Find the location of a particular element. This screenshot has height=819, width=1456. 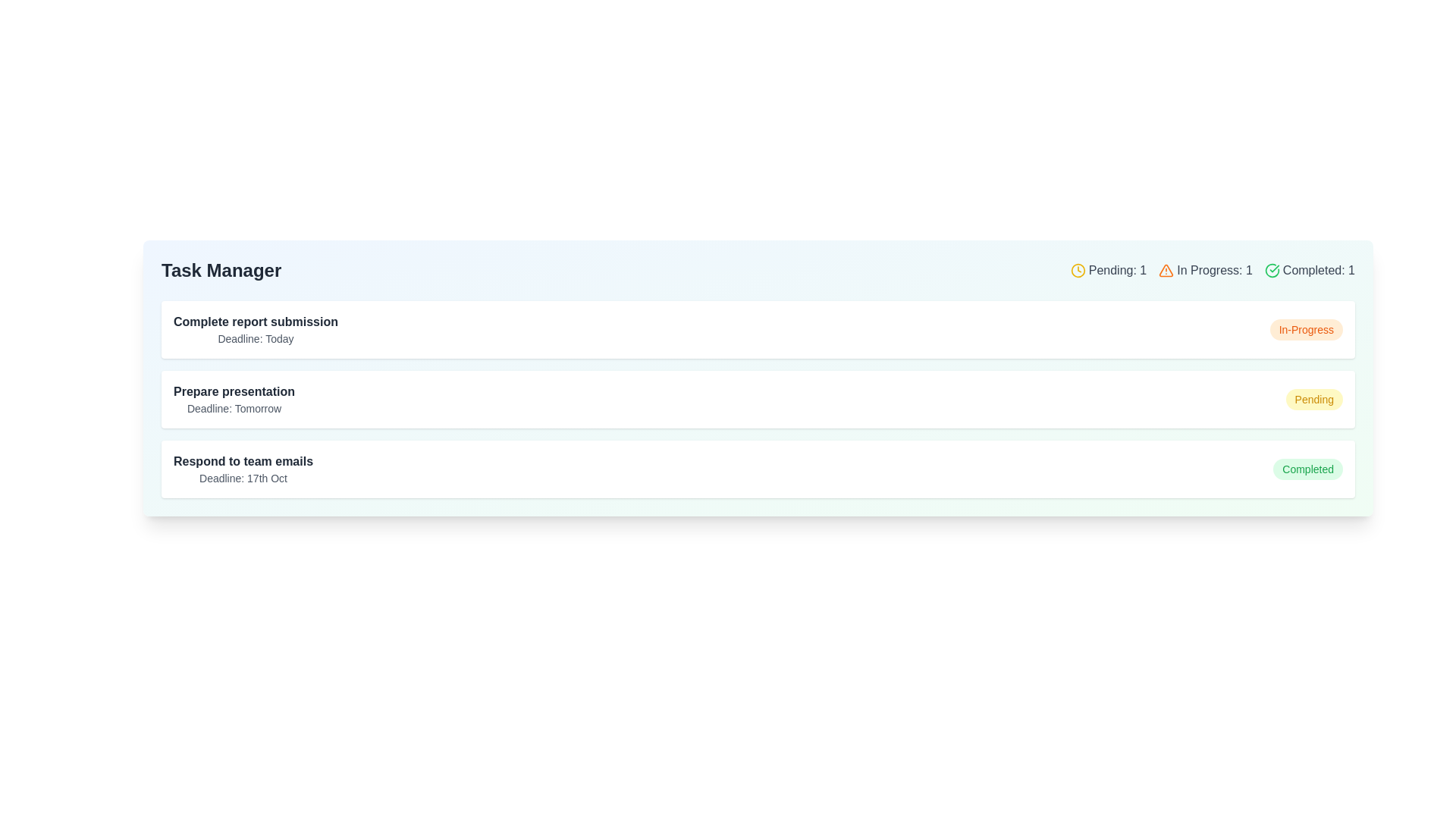

the label in the top-right section of the interface that shows the number of tasks currently in progress, indicated by an orange icon, to interact with its related functionality is located at coordinates (1204, 270).